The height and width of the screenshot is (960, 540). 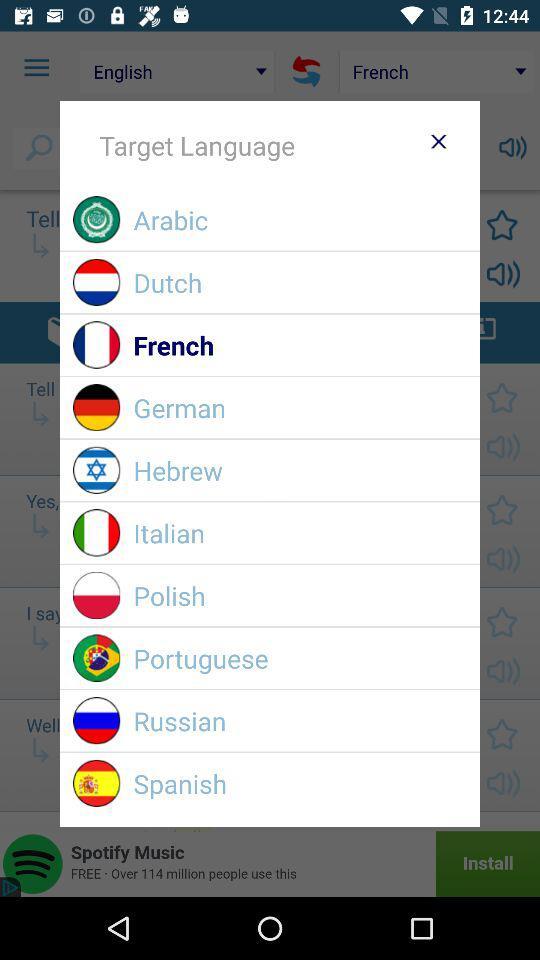 What do you see at coordinates (437, 140) in the screenshot?
I see `tab` at bounding box center [437, 140].